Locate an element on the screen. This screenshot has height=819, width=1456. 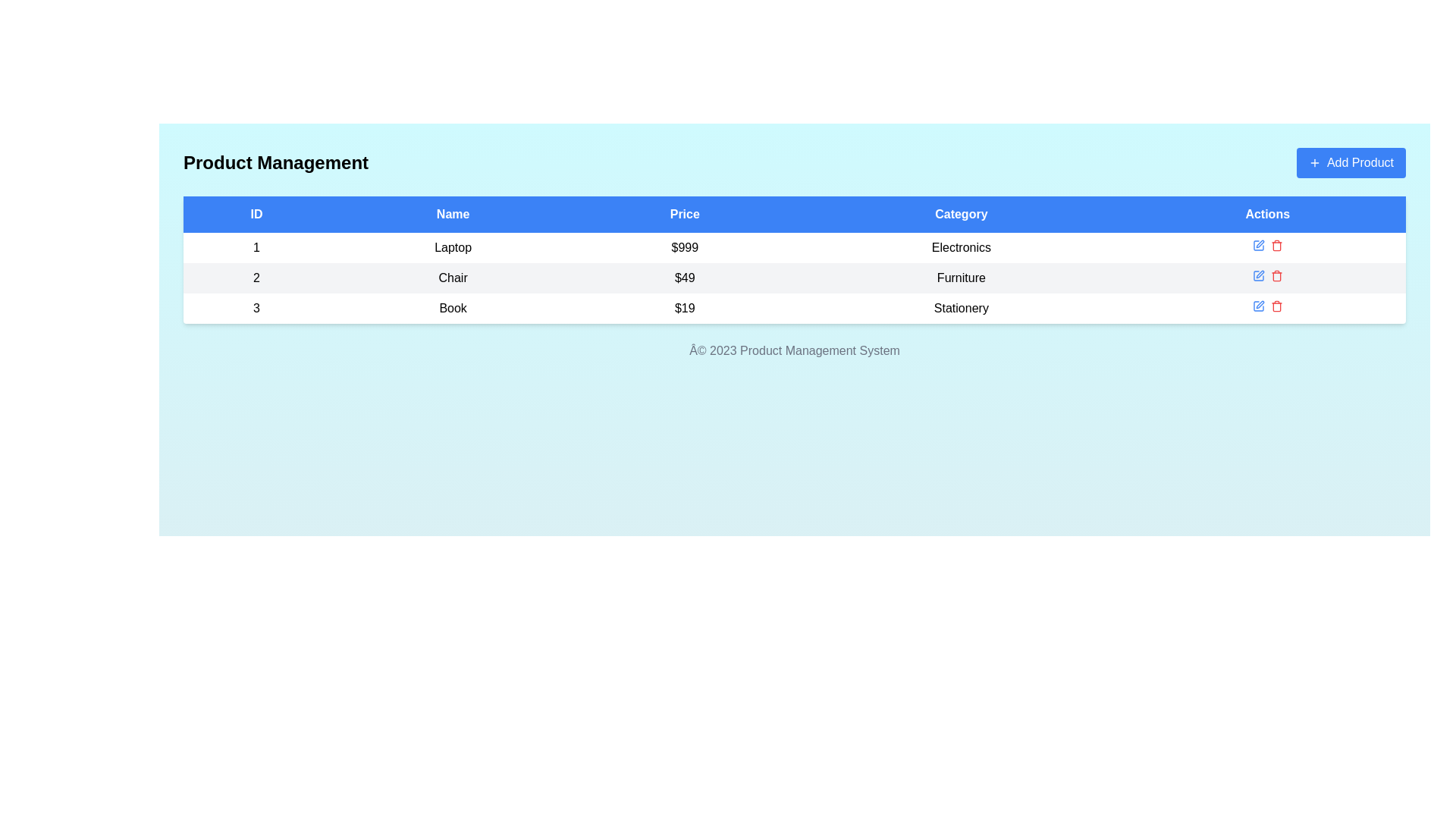
the red trash bin icon in the Interactive control group to prompt the delete confirmation for the 'Chair' entry is located at coordinates (1267, 278).